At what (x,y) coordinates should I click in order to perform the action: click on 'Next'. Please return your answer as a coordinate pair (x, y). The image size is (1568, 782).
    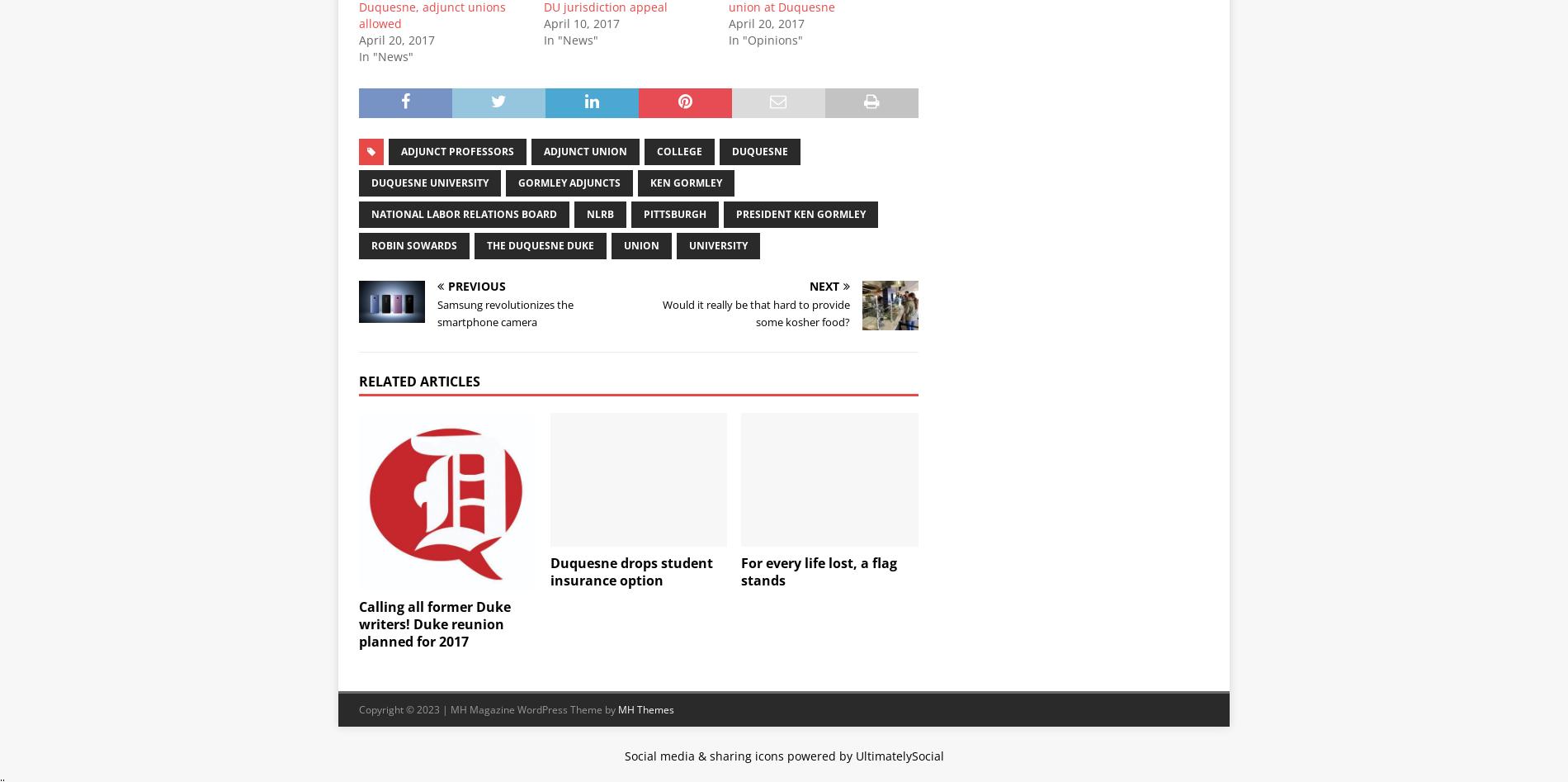
    Looking at the image, I should click on (824, 285).